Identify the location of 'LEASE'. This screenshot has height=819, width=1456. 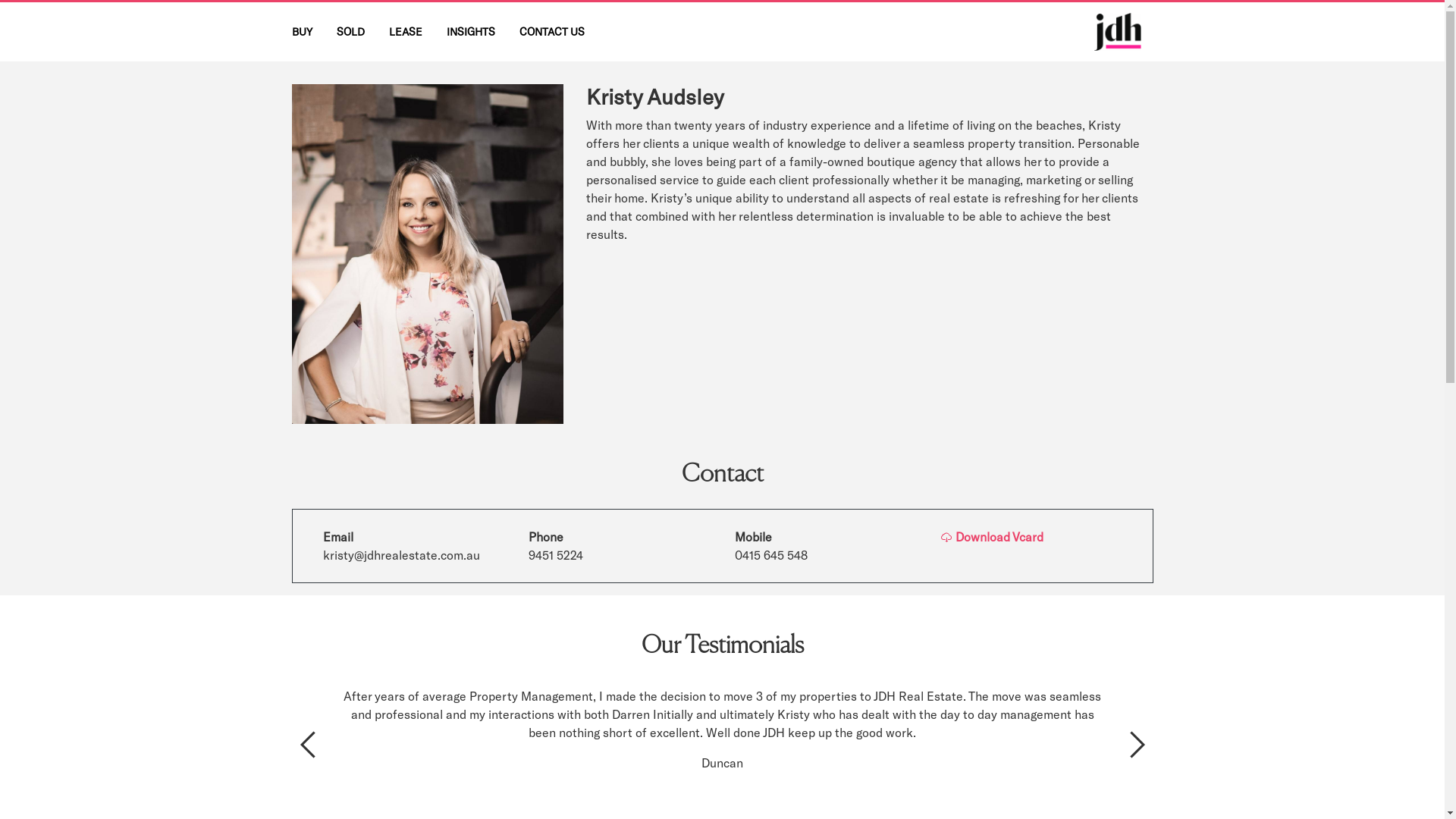
(404, 32).